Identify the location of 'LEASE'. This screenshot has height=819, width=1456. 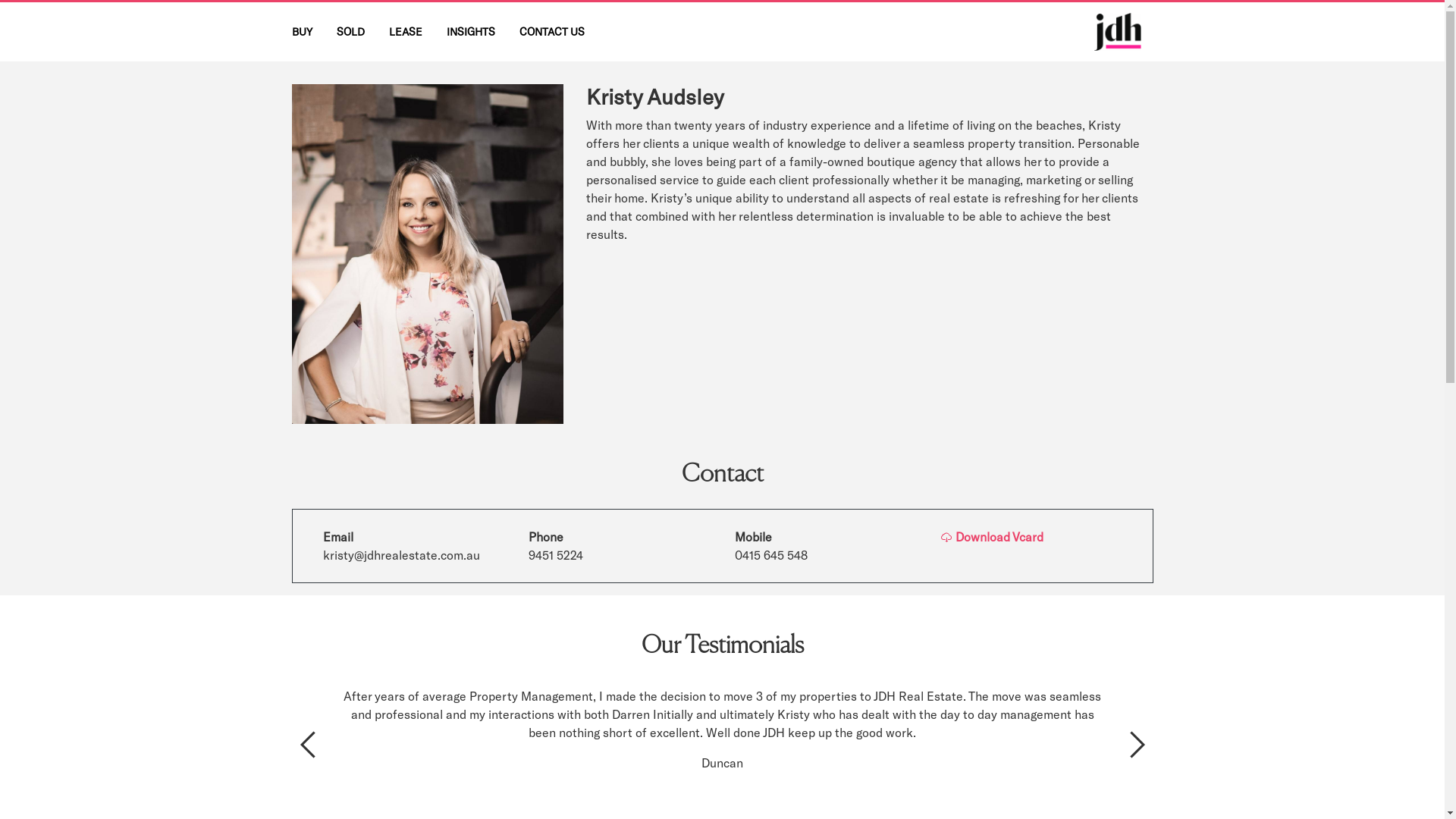
(404, 32).